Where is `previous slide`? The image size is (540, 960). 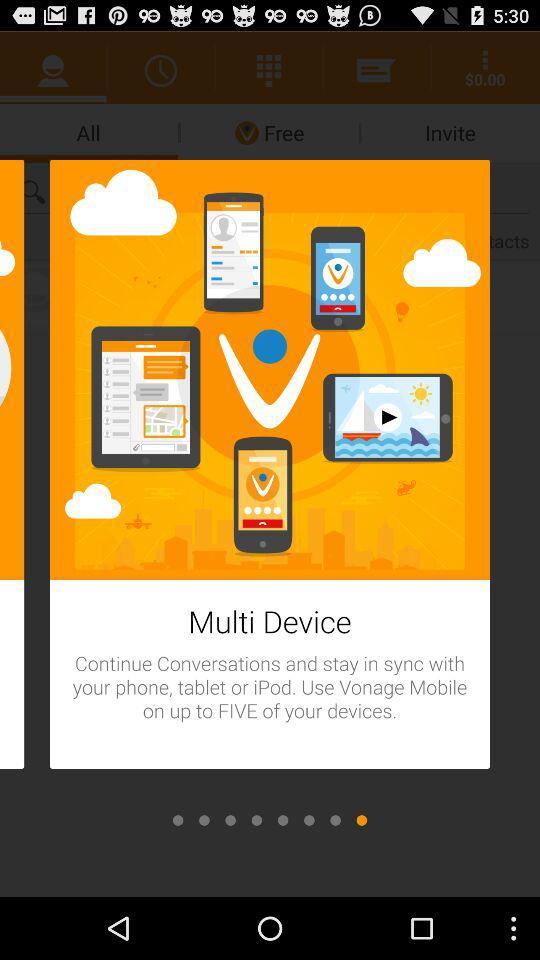 previous slide is located at coordinates (335, 820).